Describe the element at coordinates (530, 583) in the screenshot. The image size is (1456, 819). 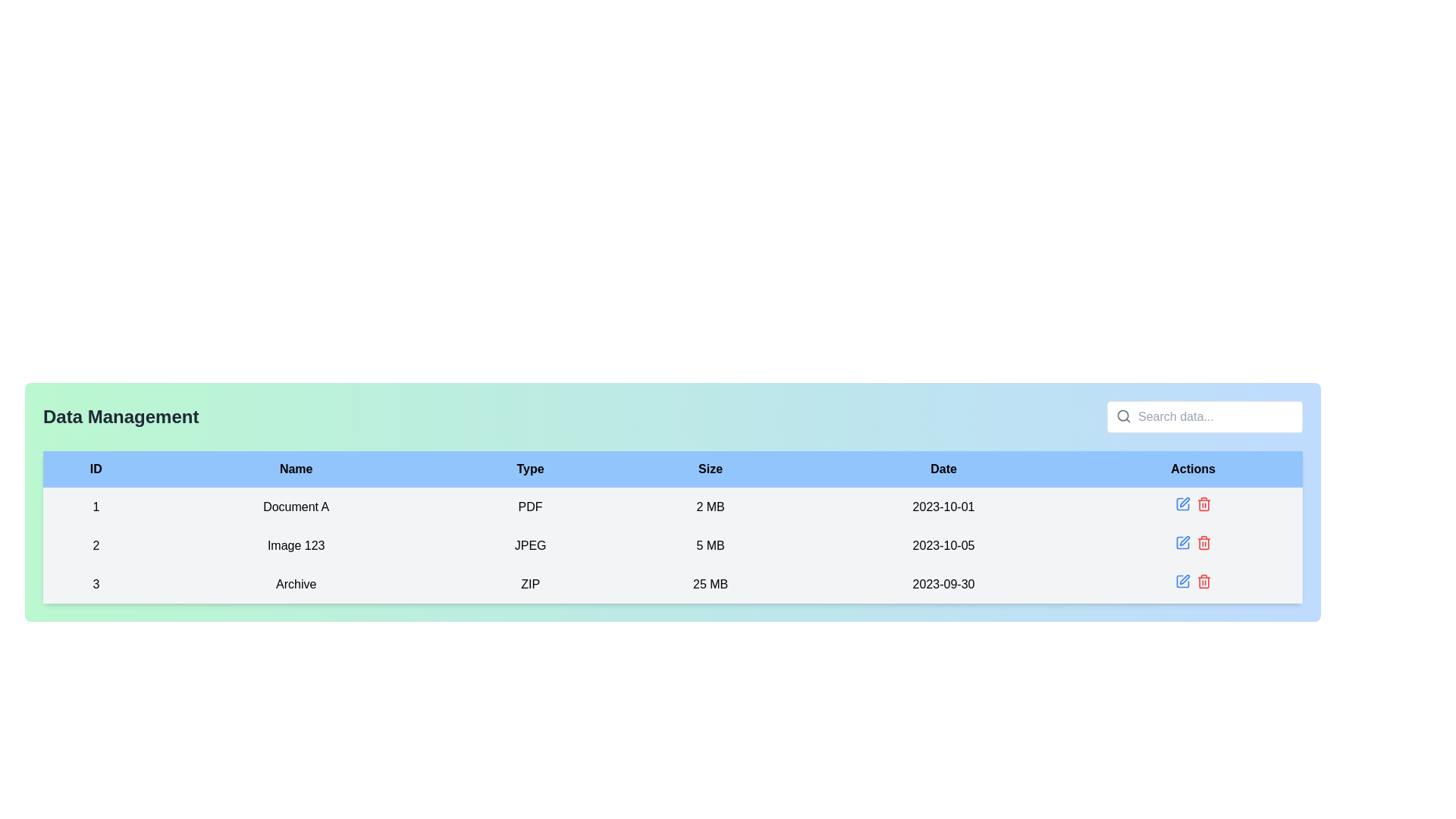
I see `the text label 'ZIP' in bold font, located in the third cell under the 'Type' column of the data table` at that location.